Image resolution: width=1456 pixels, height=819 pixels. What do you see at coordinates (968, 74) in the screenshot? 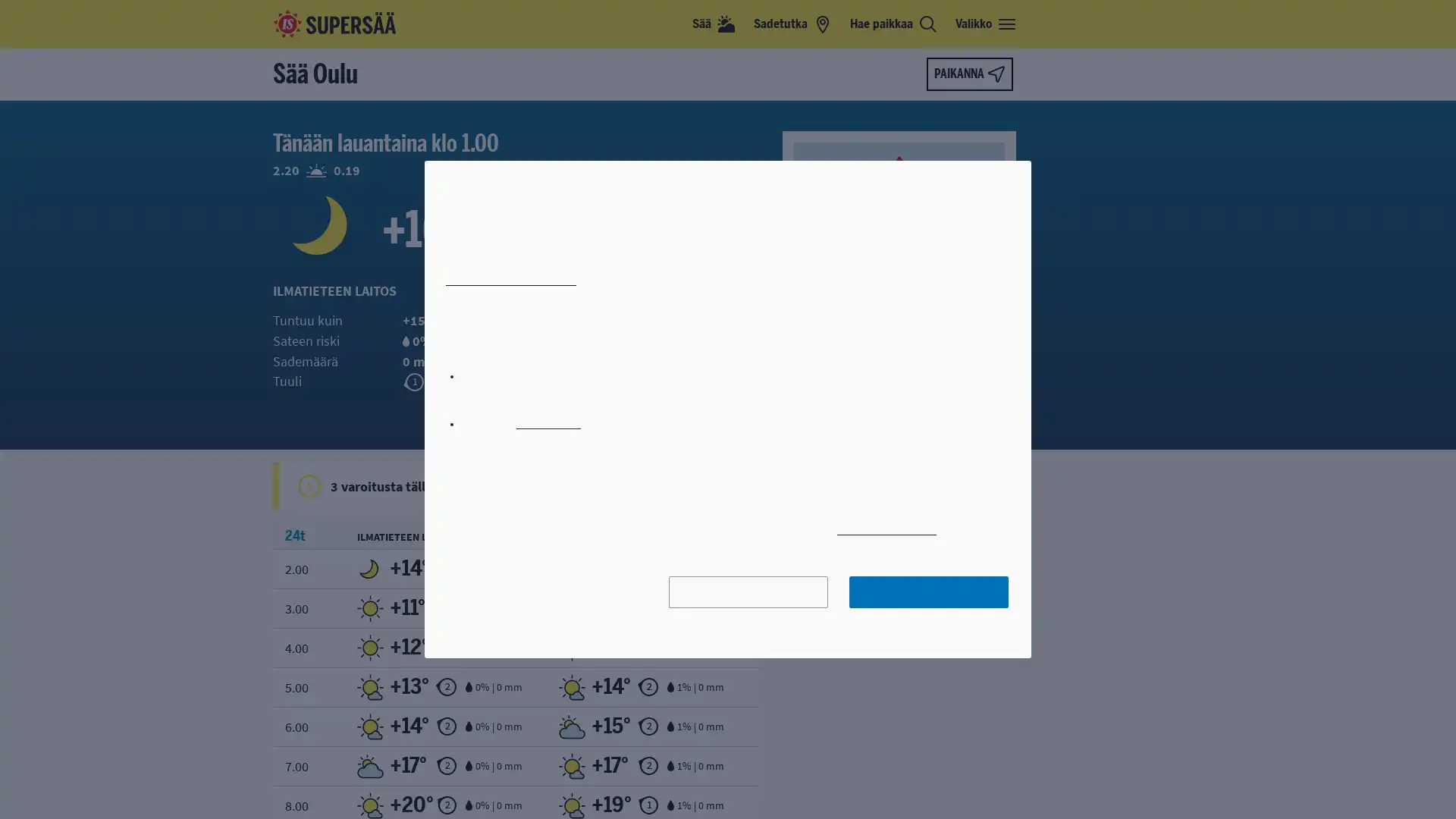
I see `Paikanna minut` at bounding box center [968, 74].